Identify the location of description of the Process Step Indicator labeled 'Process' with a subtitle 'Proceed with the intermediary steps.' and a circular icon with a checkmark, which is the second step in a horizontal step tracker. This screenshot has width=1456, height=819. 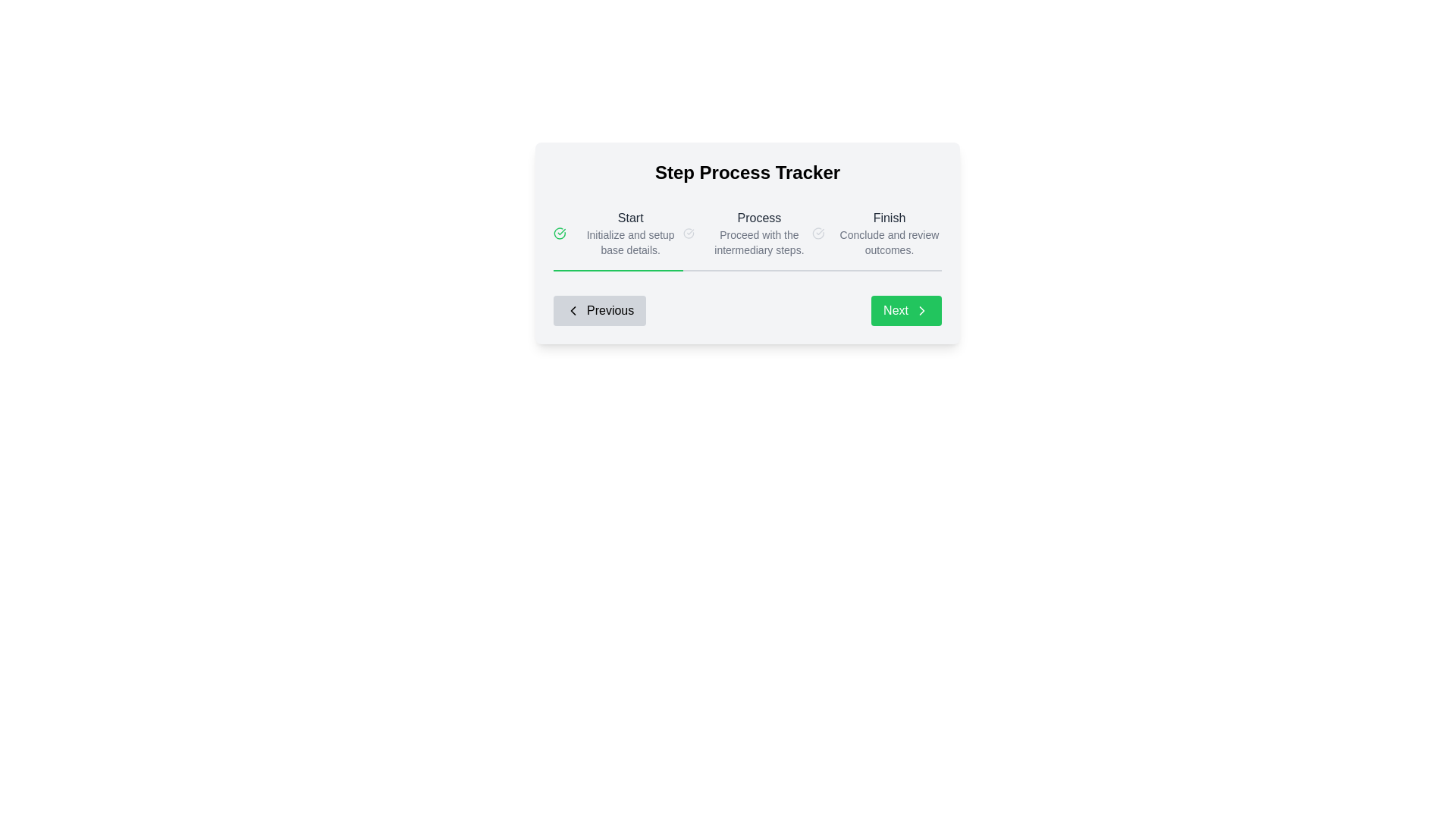
(747, 234).